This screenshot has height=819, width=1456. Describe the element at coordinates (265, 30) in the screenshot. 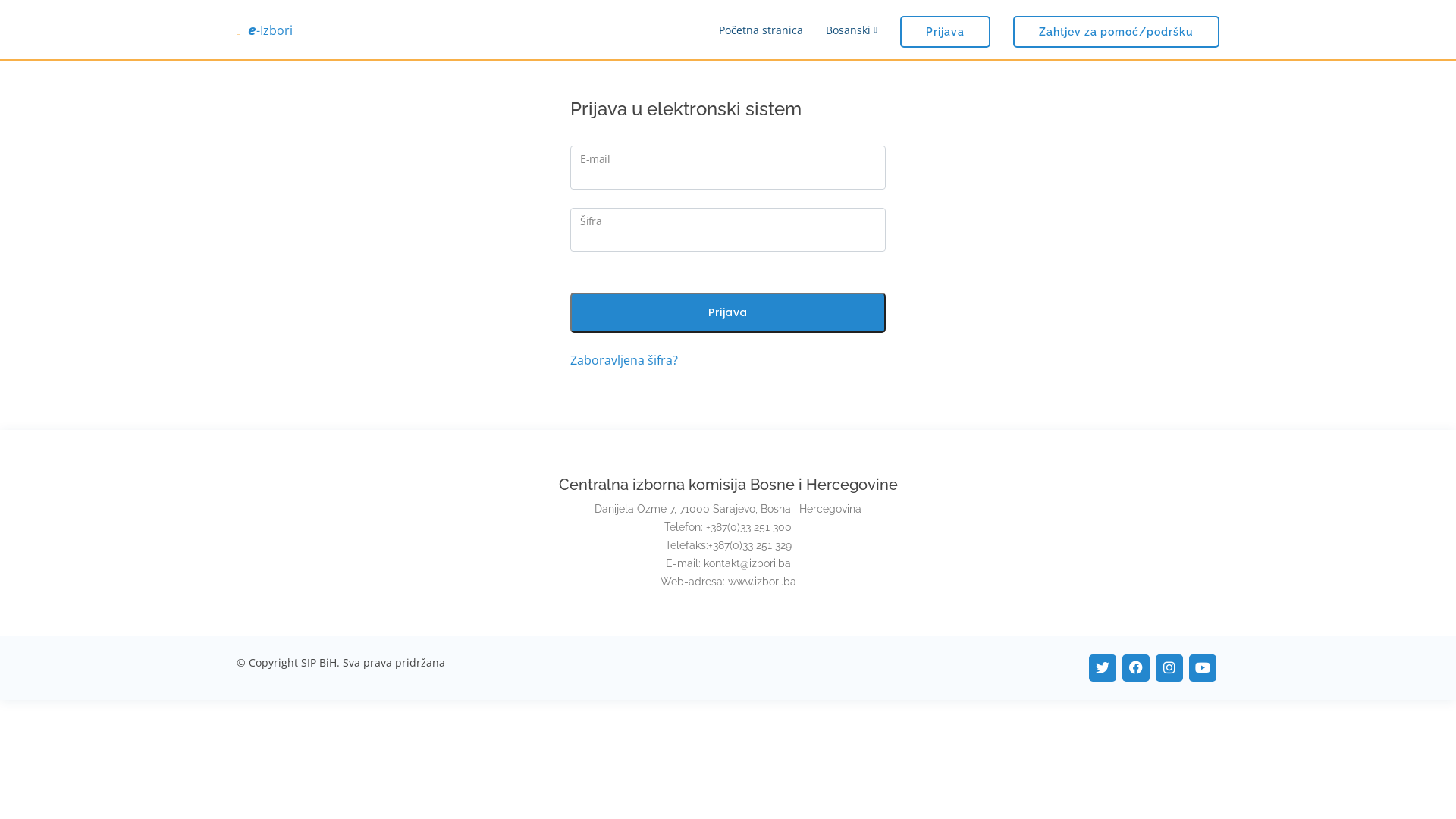

I see `'e-Izbori'` at that location.